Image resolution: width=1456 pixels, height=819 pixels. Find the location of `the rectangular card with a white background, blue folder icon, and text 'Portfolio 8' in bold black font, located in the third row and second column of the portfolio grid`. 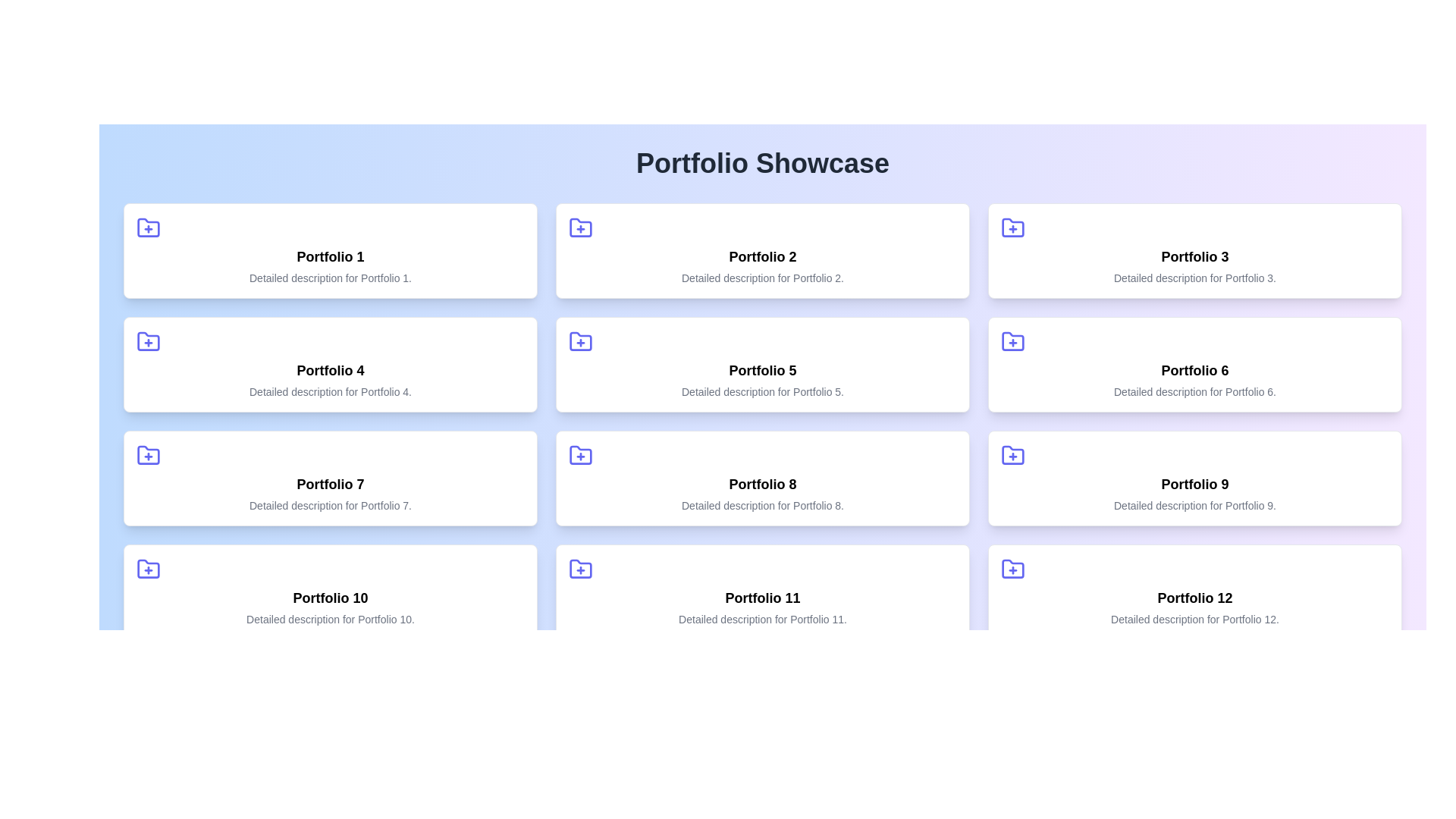

the rectangular card with a white background, blue folder icon, and text 'Portfolio 8' in bold black font, located in the third row and second column of the portfolio grid is located at coordinates (763, 479).